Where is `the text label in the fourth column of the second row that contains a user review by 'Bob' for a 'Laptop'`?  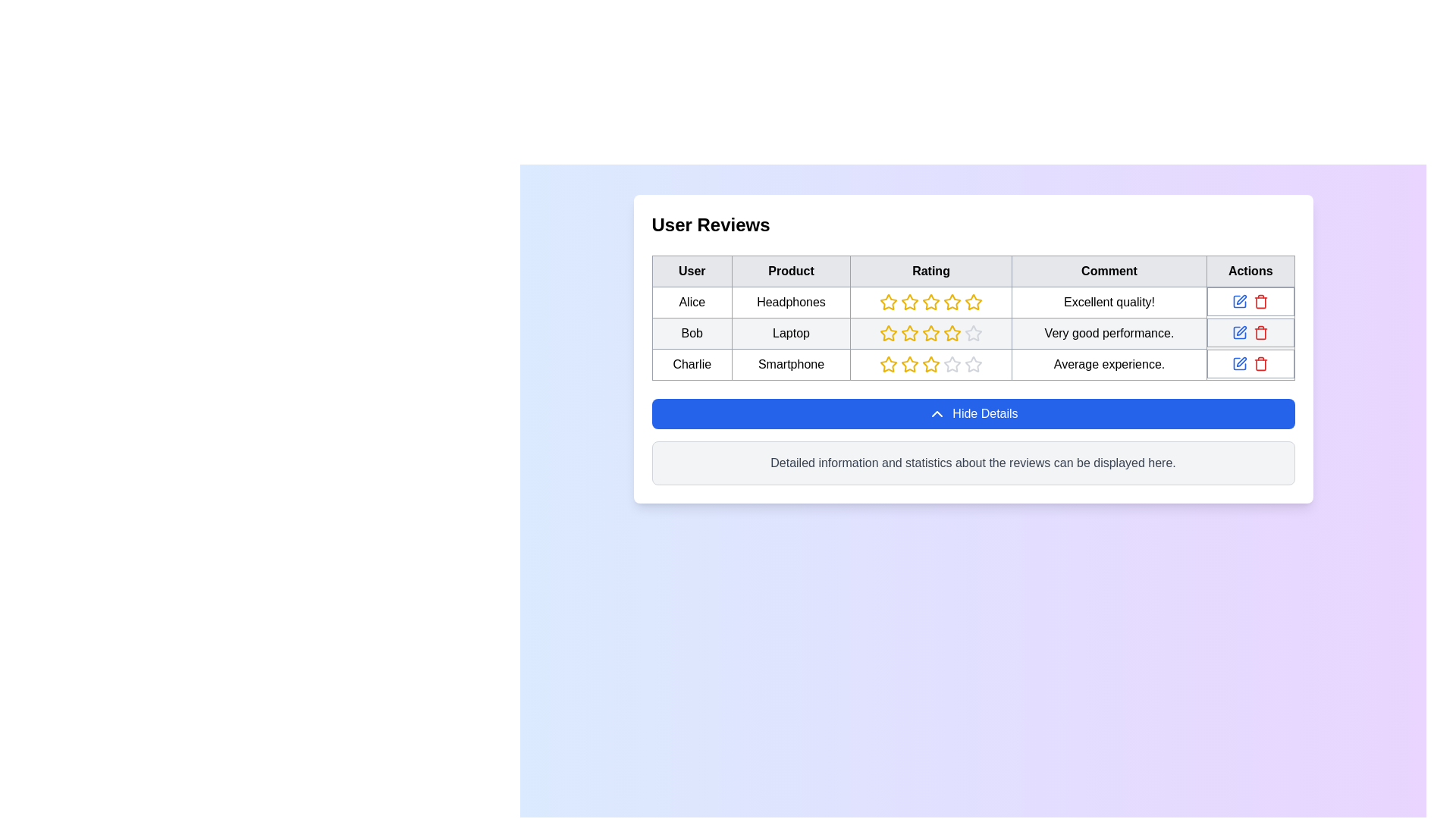
the text label in the fourth column of the second row that contains a user review by 'Bob' for a 'Laptop' is located at coordinates (1109, 332).